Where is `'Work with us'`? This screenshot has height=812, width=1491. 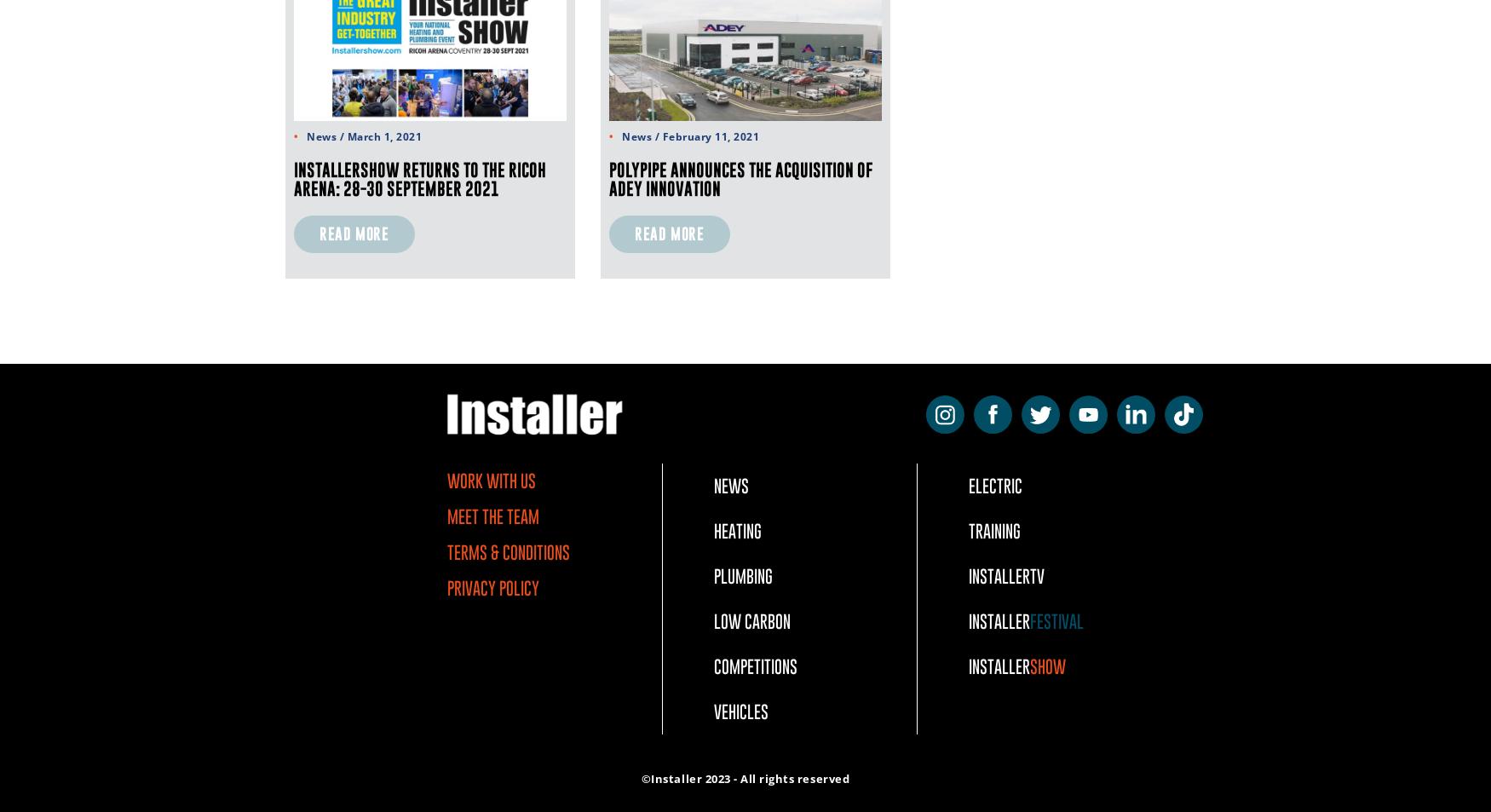
'Work with us' is located at coordinates (491, 481).